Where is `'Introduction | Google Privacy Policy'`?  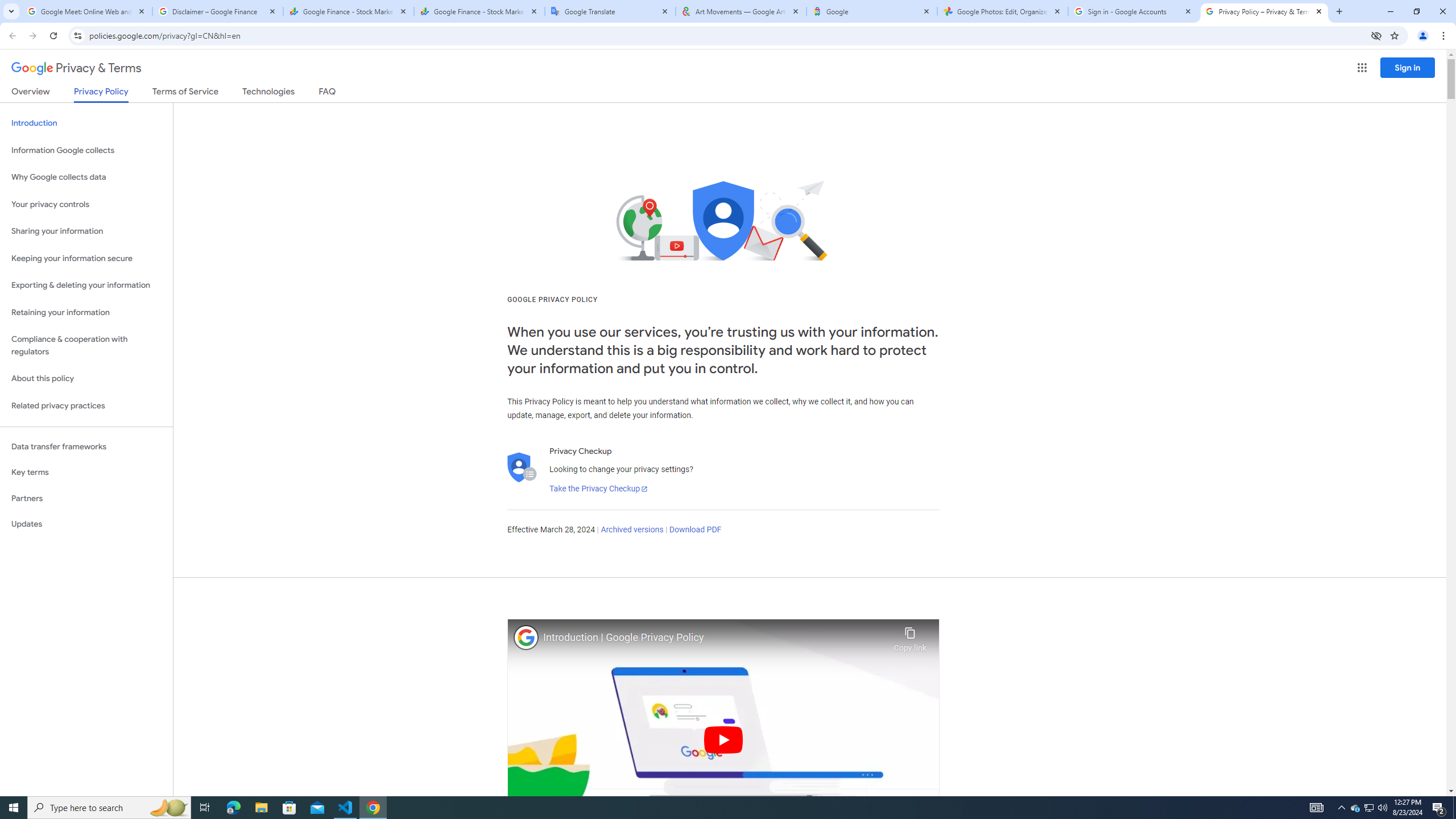 'Introduction | Google Privacy Policy' is located at coordinates (715, 638).